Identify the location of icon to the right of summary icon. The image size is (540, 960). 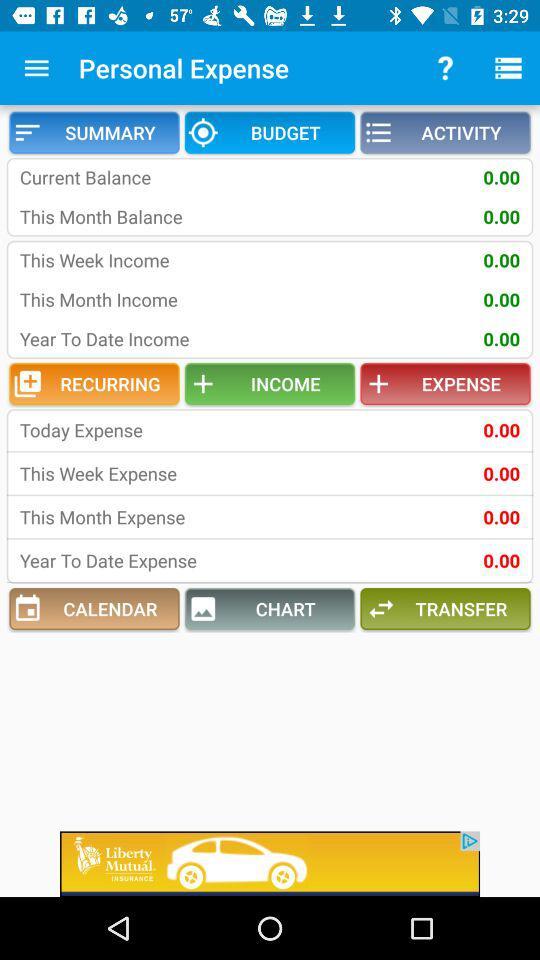
(270, 131).